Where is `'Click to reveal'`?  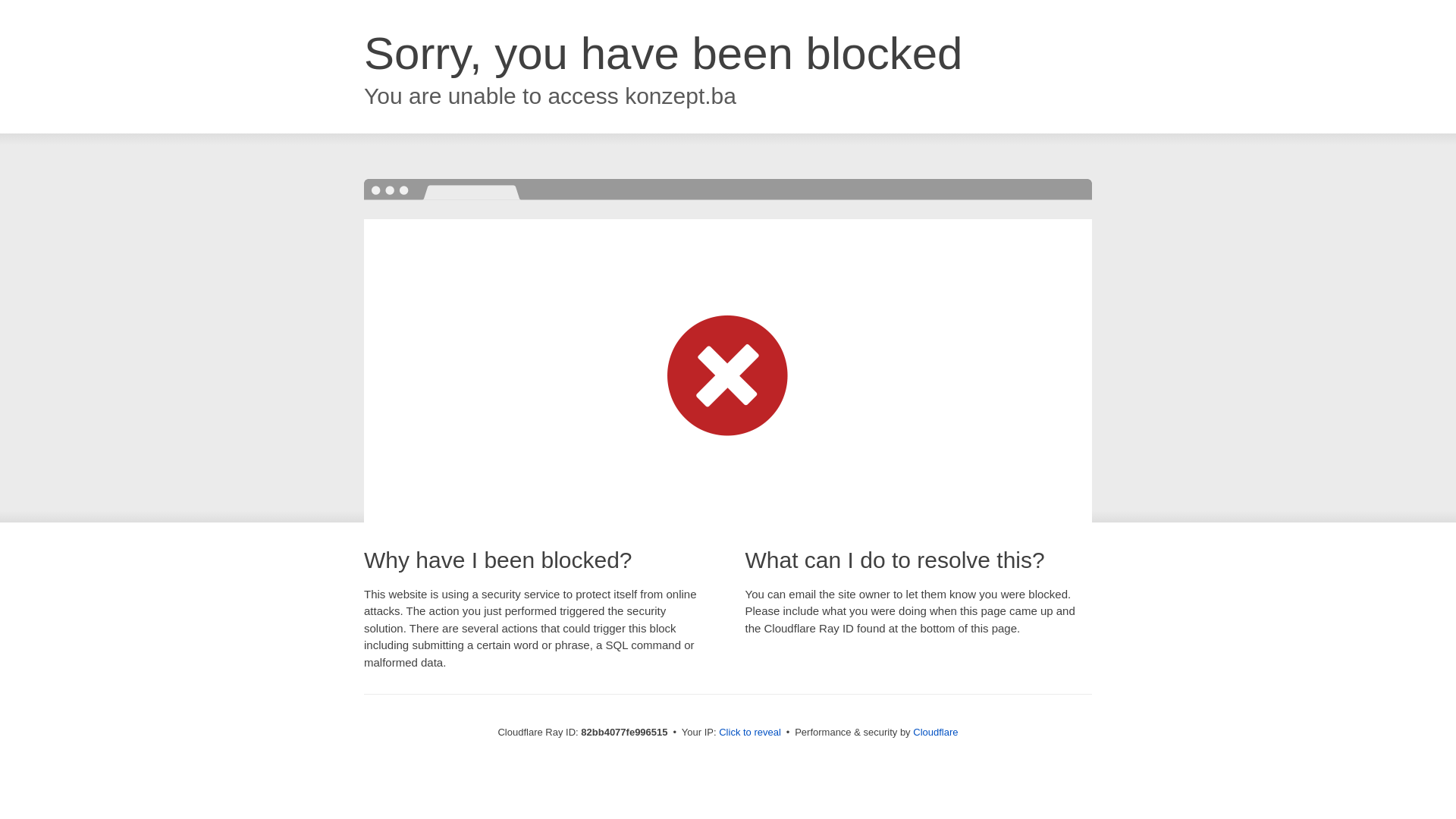
'Click to reveal' is located at coordinates (718, 731).